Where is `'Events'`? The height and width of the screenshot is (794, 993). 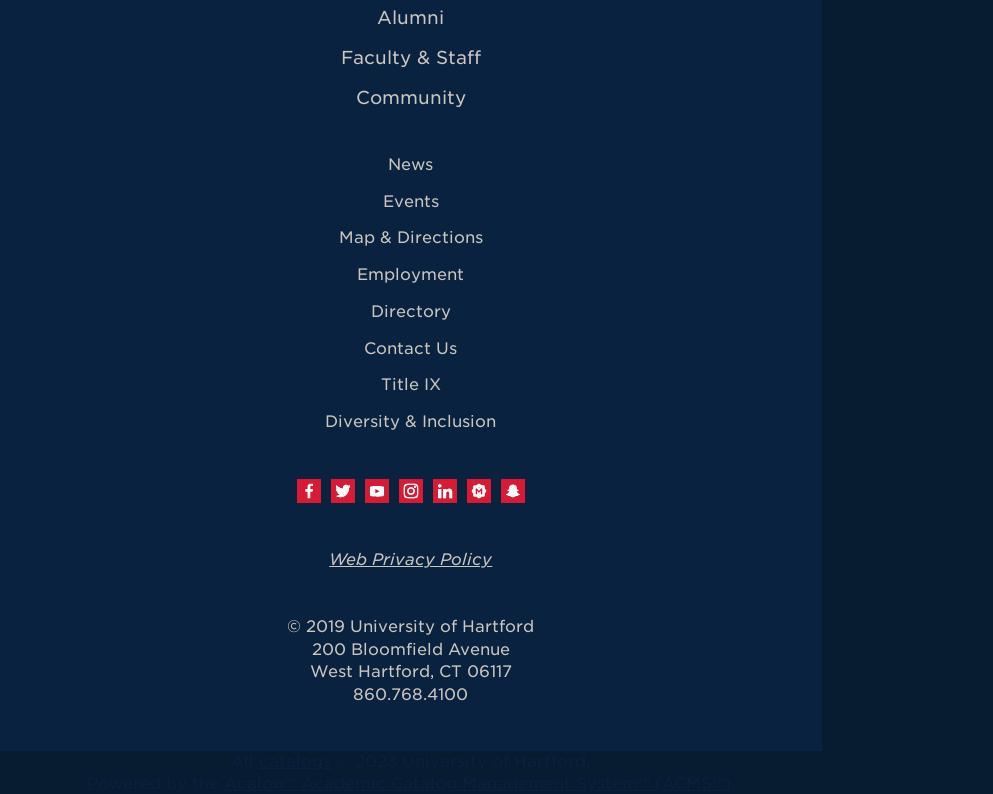
'Events' is located at coordinates (409, 200).